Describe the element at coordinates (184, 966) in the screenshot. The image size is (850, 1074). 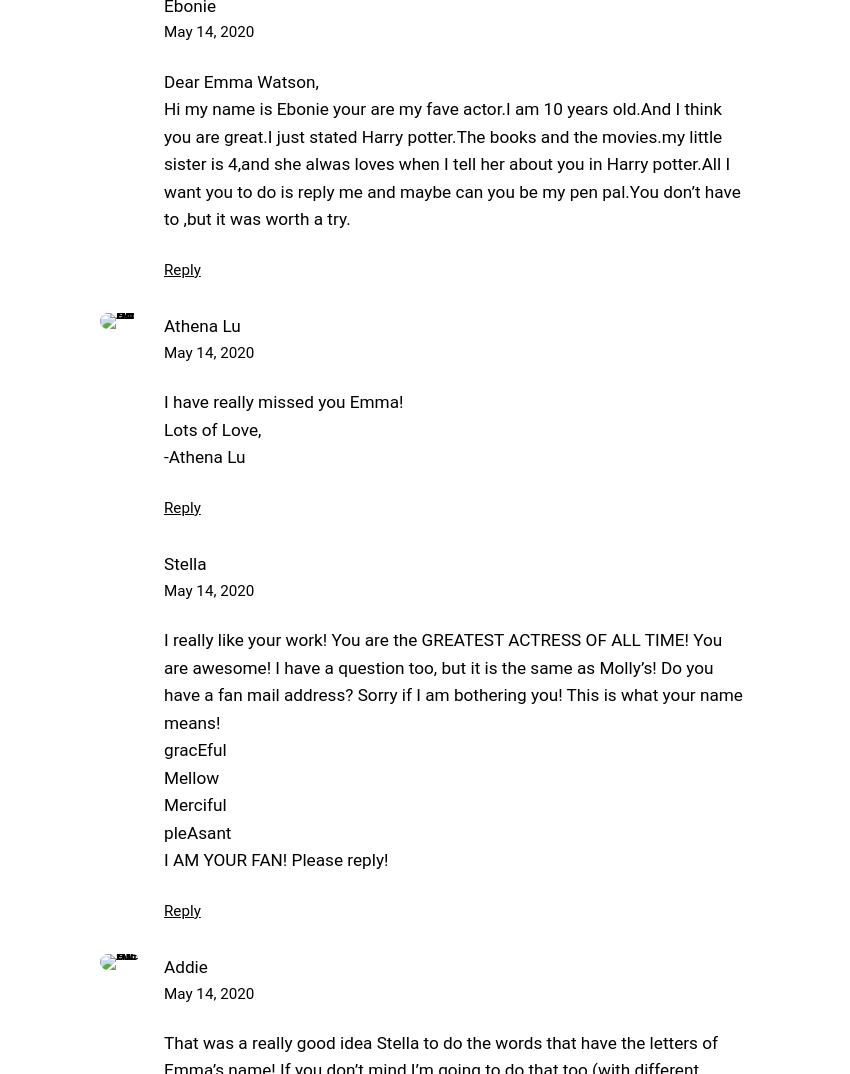
I see `'Addie'` at that location.